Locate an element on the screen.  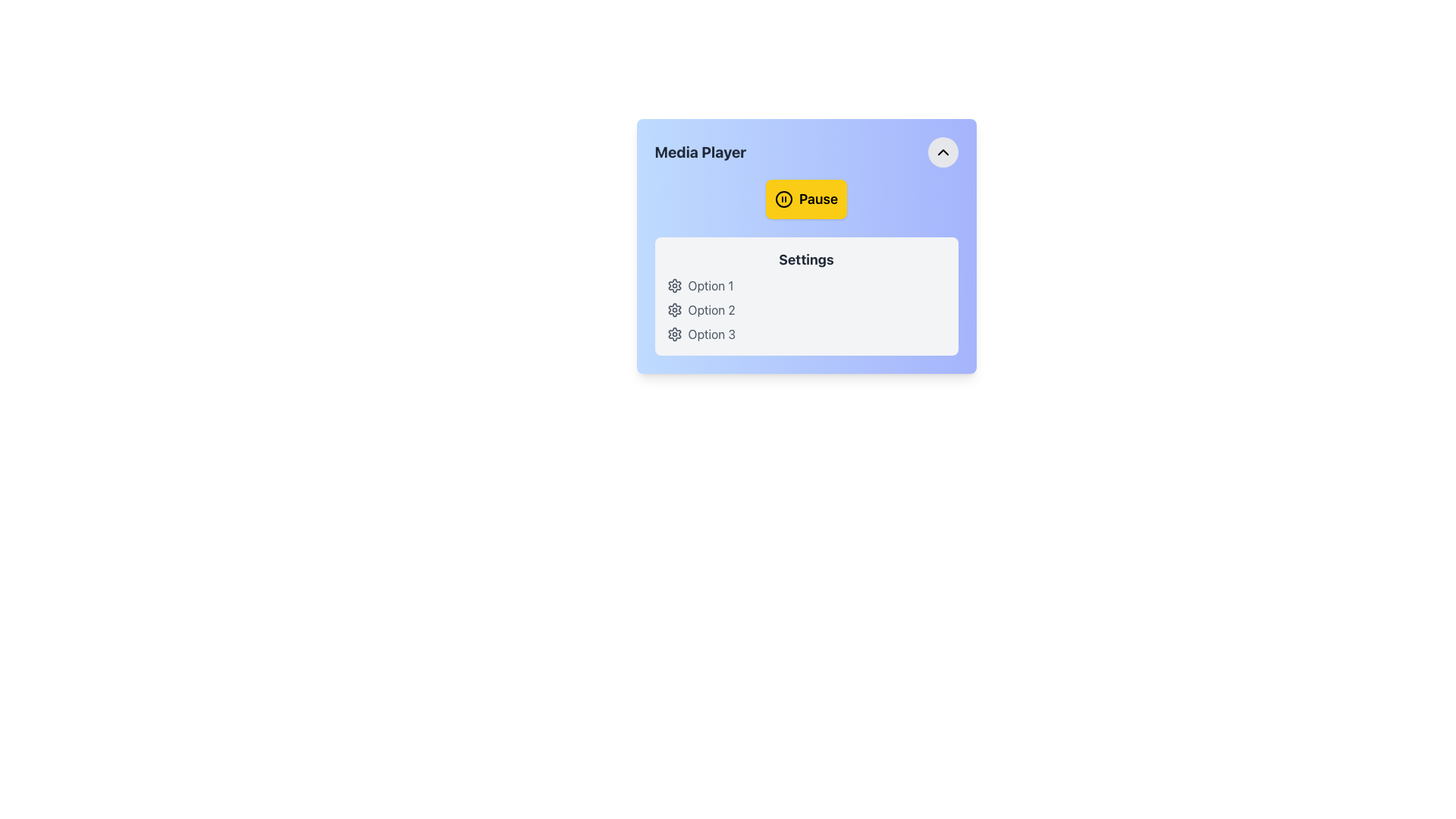
the circular outline decoration that serves as a decorative boundary for the visual pause icon, enhancing the button's visual hierarchy is located at coordinates (783, 198).